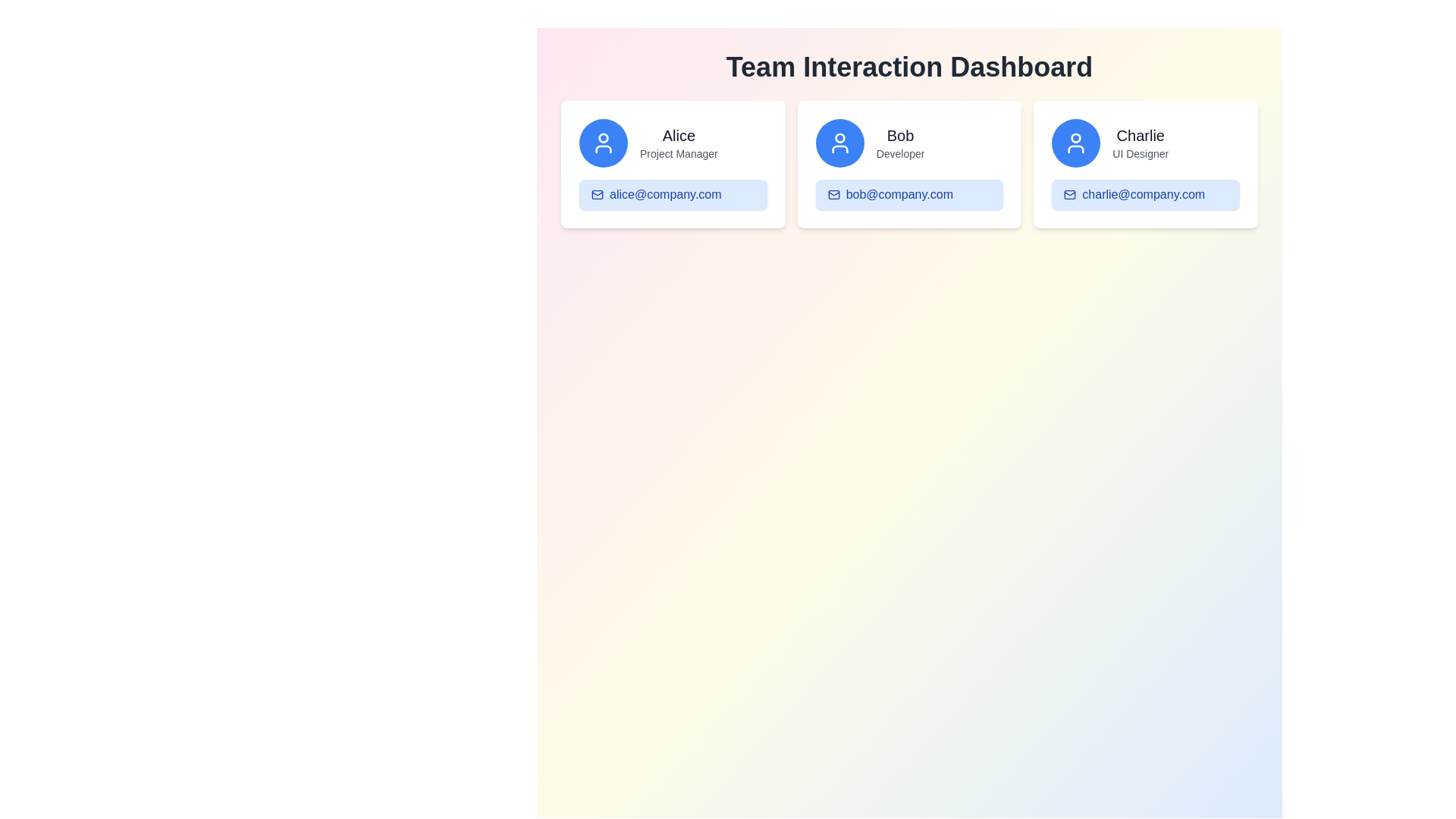  Describe the element at coordinates (1075, 138) in the screenshot. I see `the circular part of the avatar icon on the card labeled 'Charlie' located in the top-left corner of the three-card layout` at that location.